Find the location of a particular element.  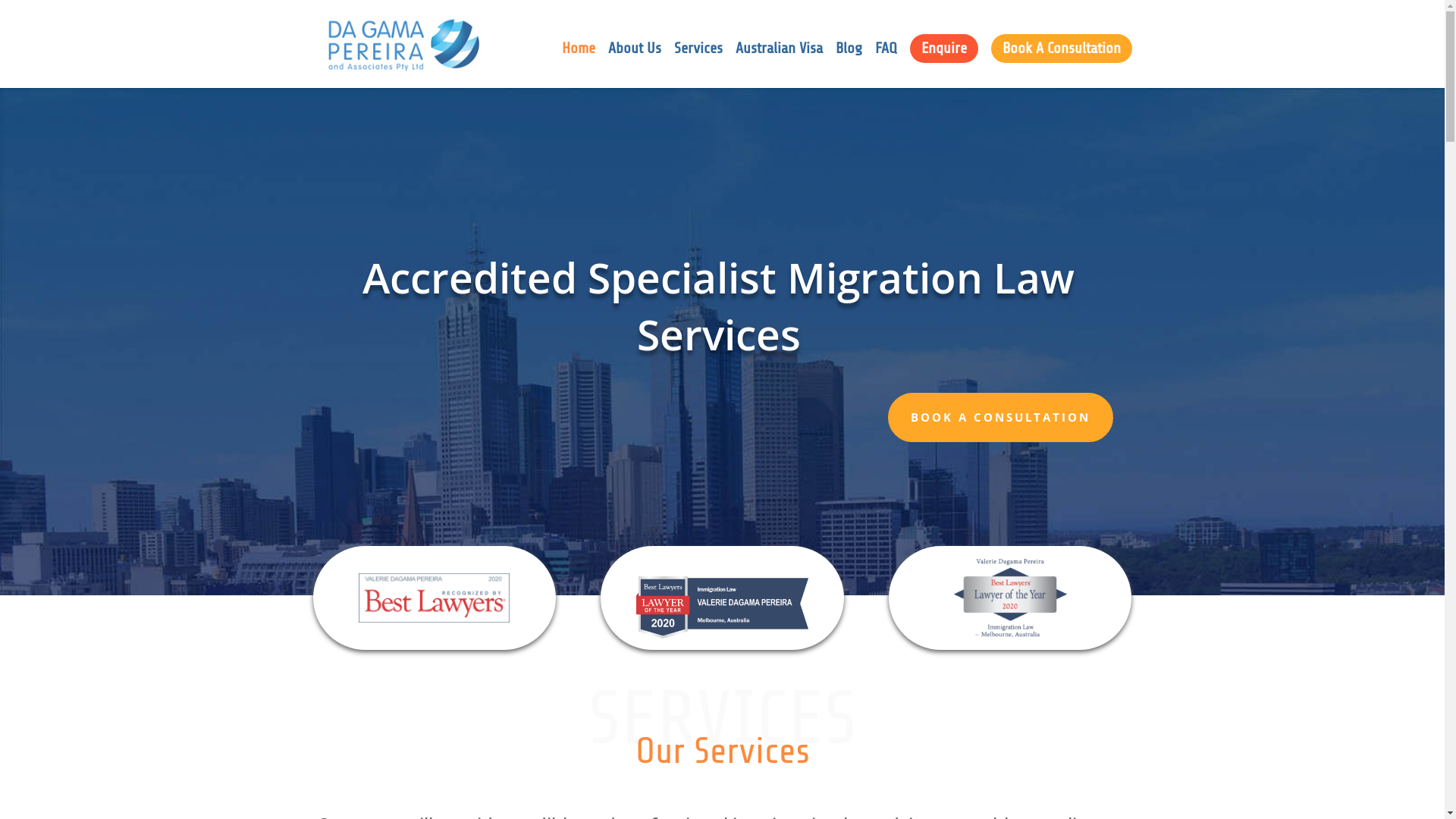

'FAQ' is located at coordinates (886, 64).